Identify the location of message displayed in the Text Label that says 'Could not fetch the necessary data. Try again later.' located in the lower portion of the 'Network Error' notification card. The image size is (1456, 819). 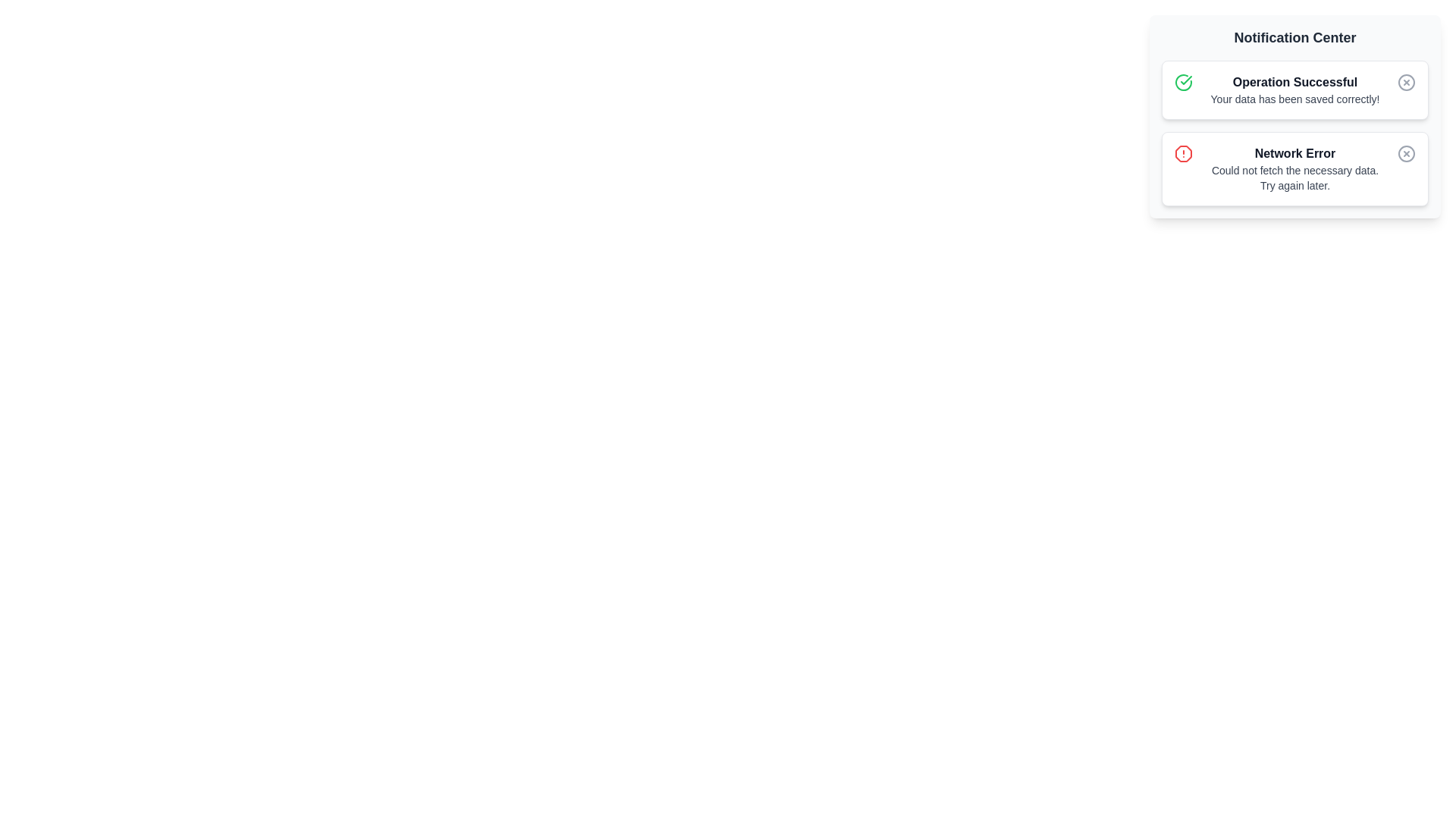
(1294, 177).